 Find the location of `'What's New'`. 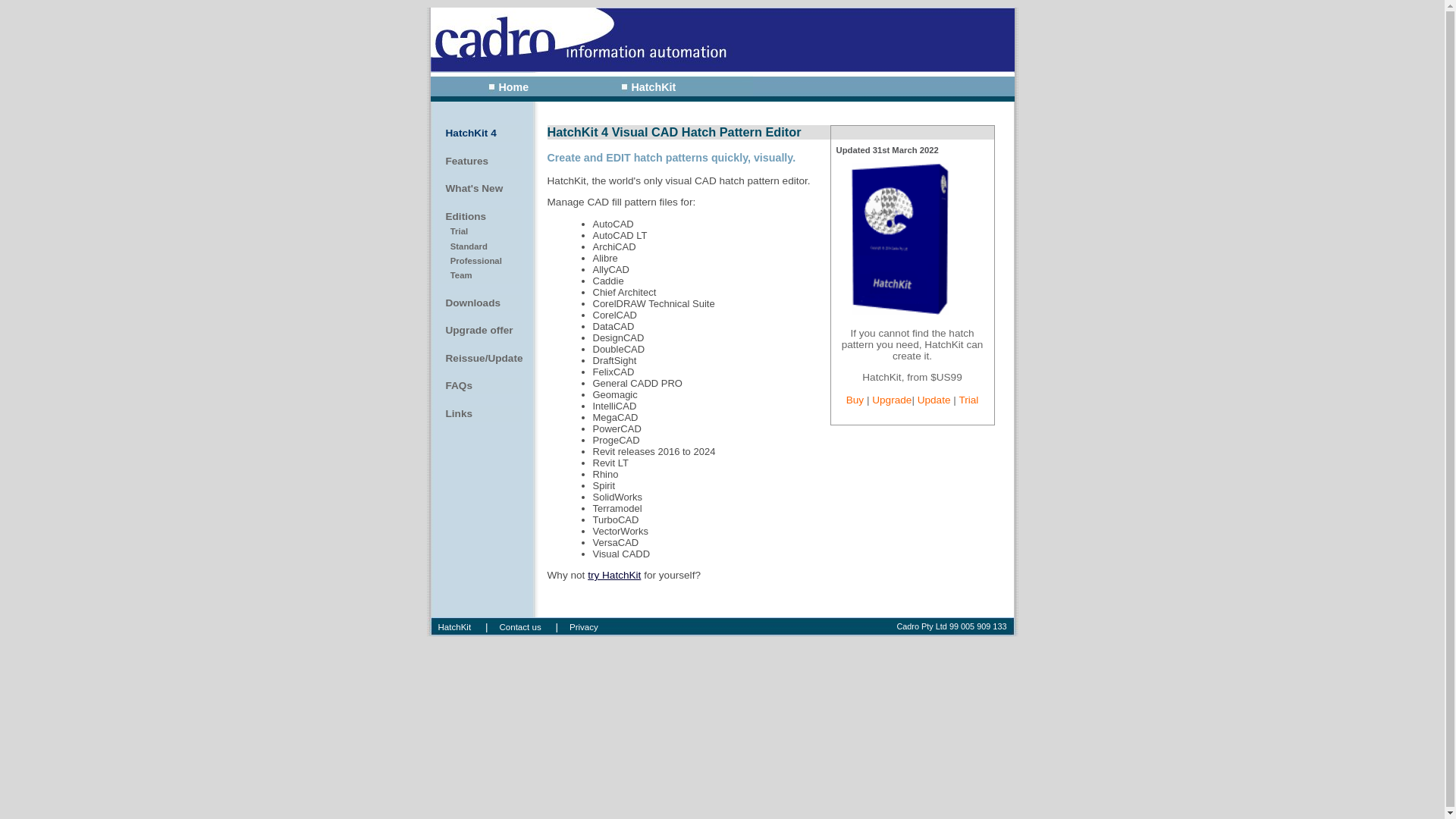

'What's New' is located at coordinates (479, 188).